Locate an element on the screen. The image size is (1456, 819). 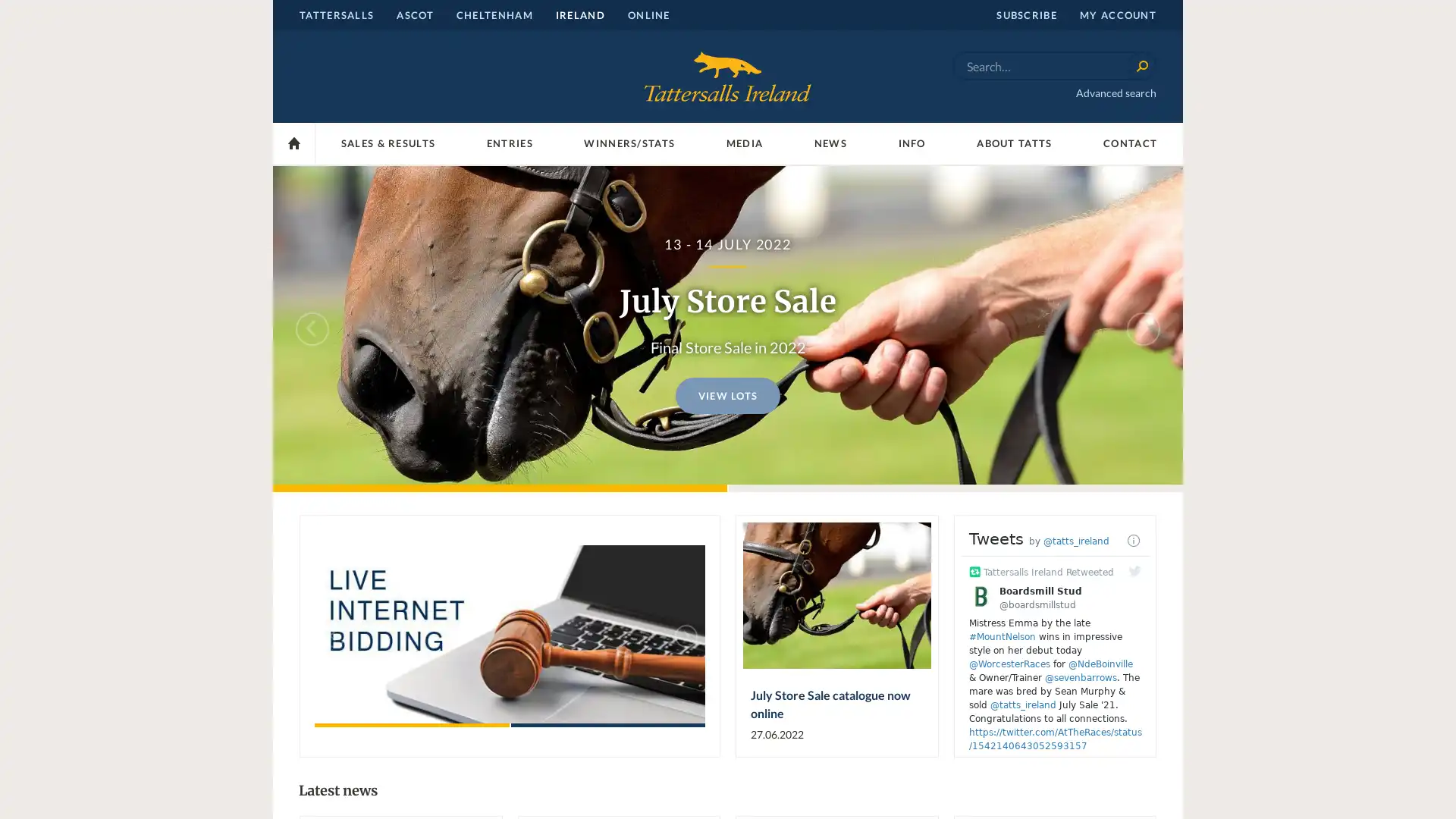
Search is located at coordinates (1142, 65).